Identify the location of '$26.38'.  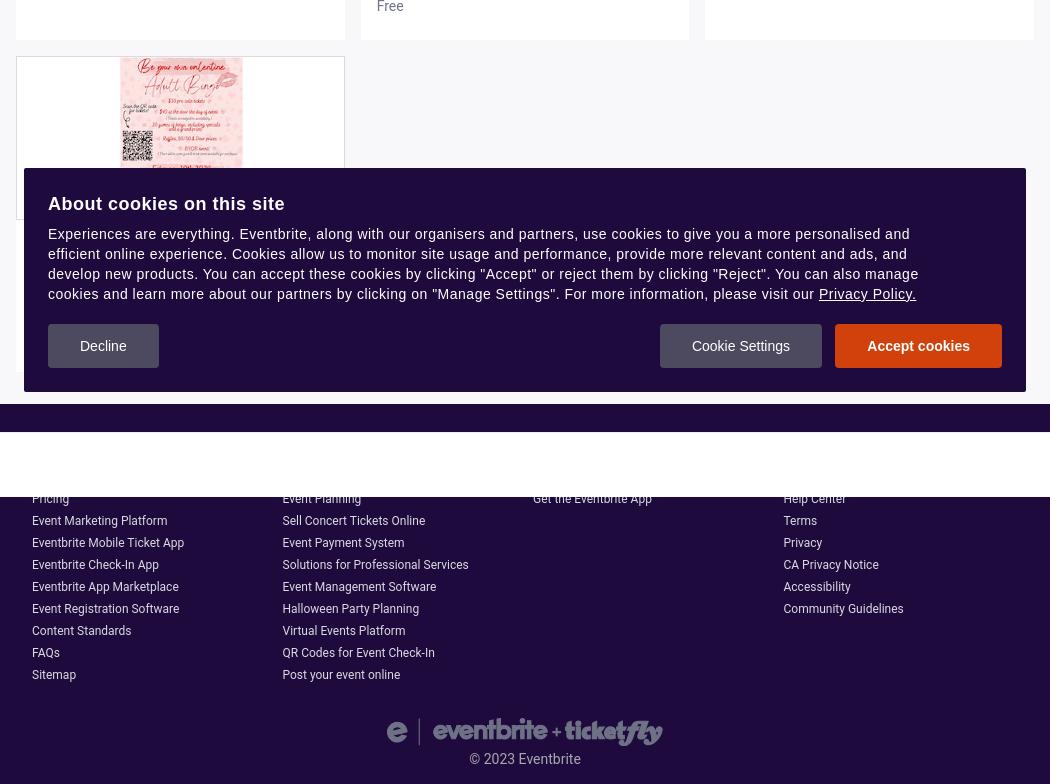
(32, 337).